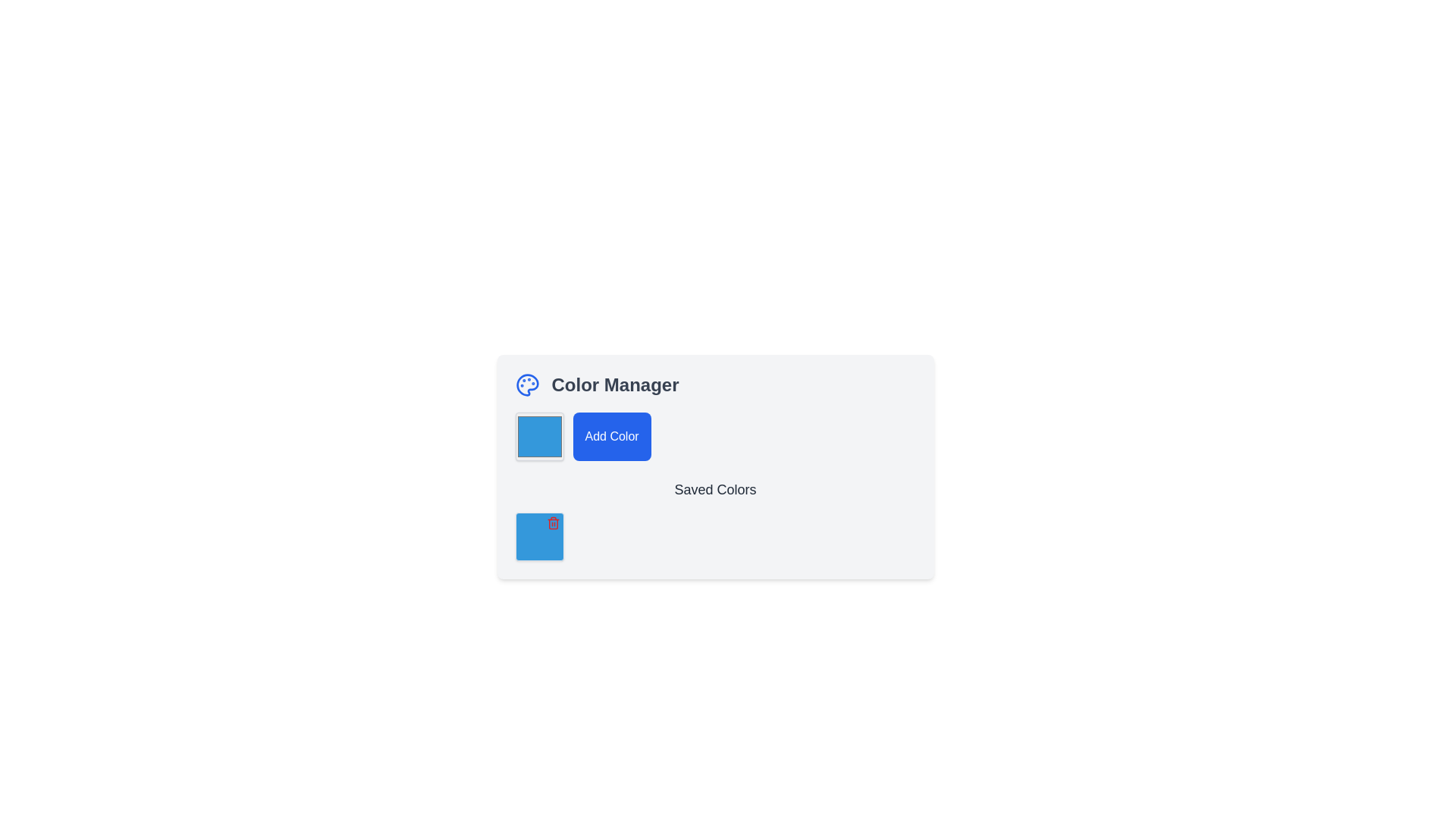 This screenshot has width=1456, height=819. What do you see at coordinates (615, 384) in the screenshot?
I see `the bold text label reading 'Color Manager'` at bounding box center [615, 384].